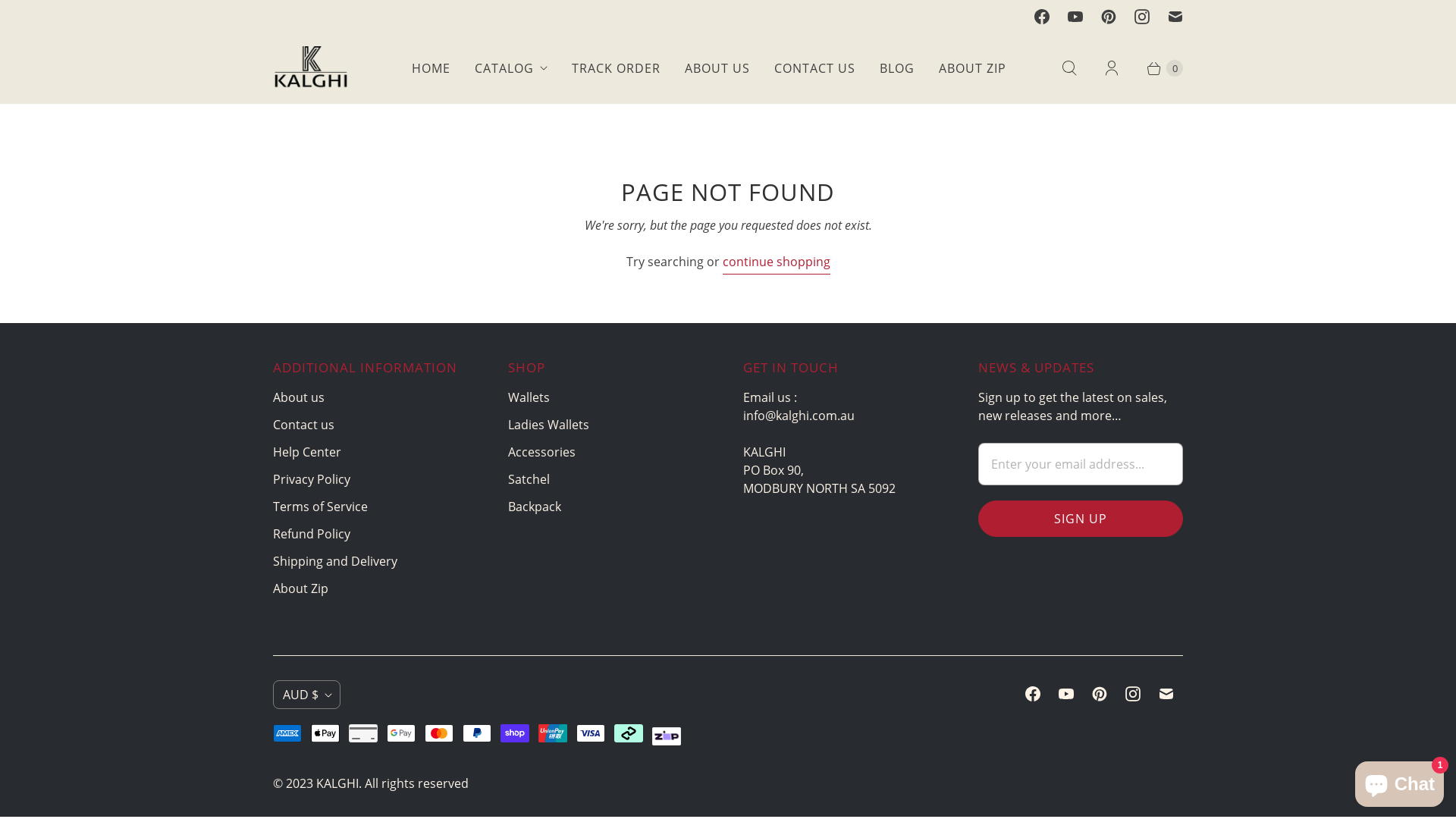 This screenshot has width=1456, height=819. Describe the element at coordinates (311, 479) in the screenshot. I see `'Privacy Policy'` at that location.